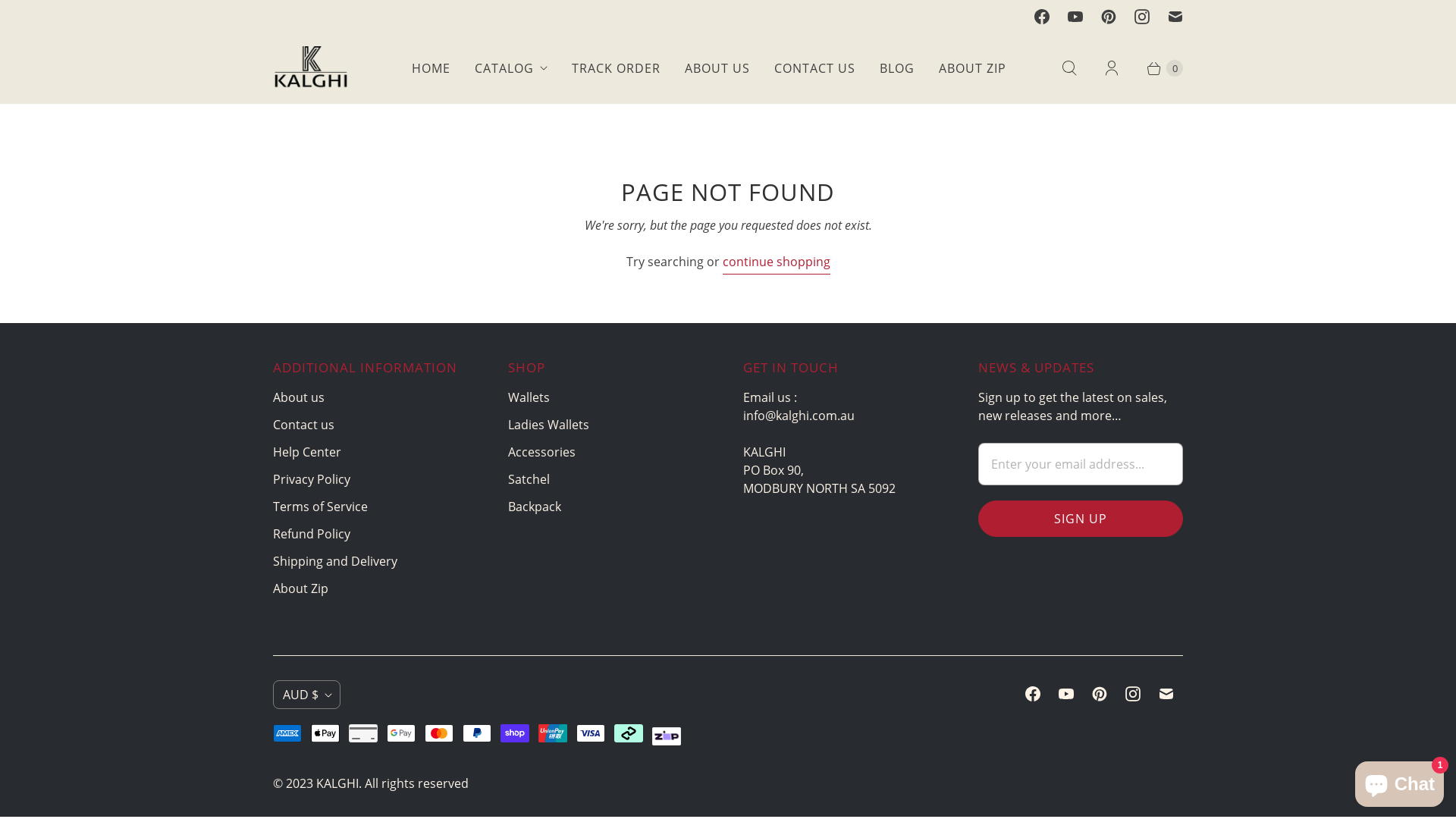 This screenshot has width=1456, height=819. Describe the element at coordinates (311, 479) in the screenshot. I see `'Privacy Policy'` at that location.